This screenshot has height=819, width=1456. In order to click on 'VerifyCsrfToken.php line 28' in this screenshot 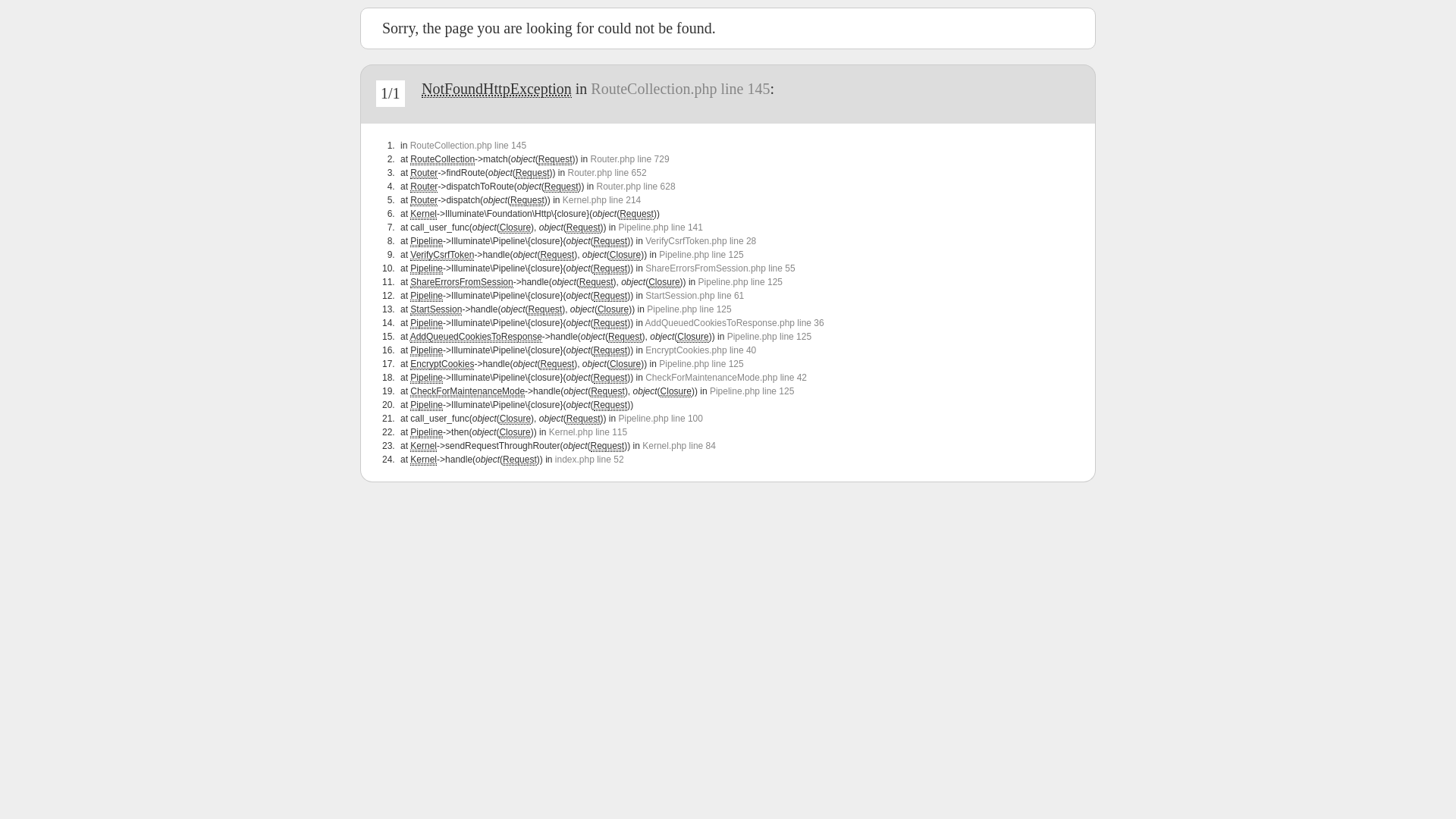, I will do `click(700, 240)`.